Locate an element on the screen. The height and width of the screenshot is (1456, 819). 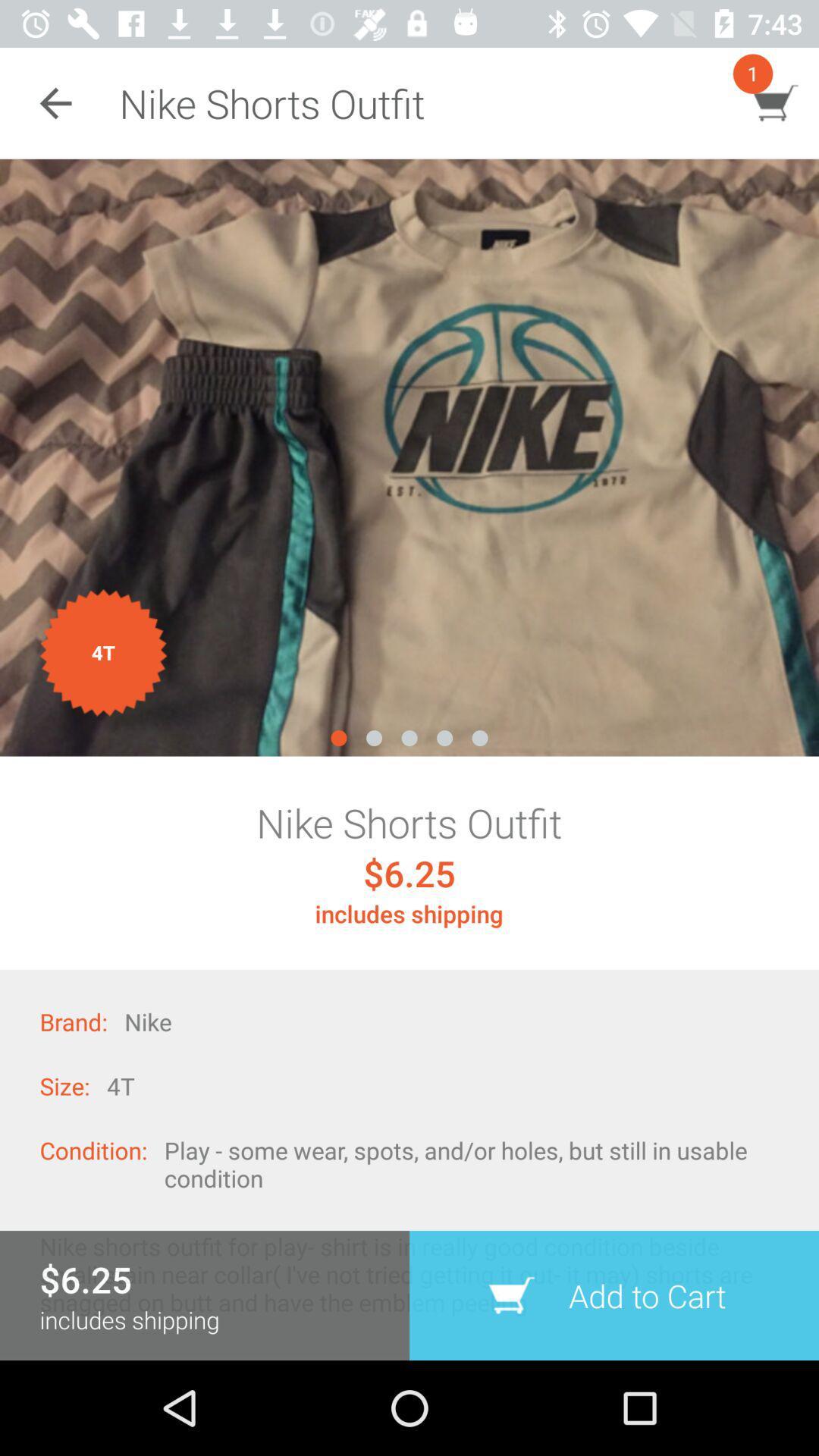
the icon below the play some wear is located at coordinates (614, 1294).